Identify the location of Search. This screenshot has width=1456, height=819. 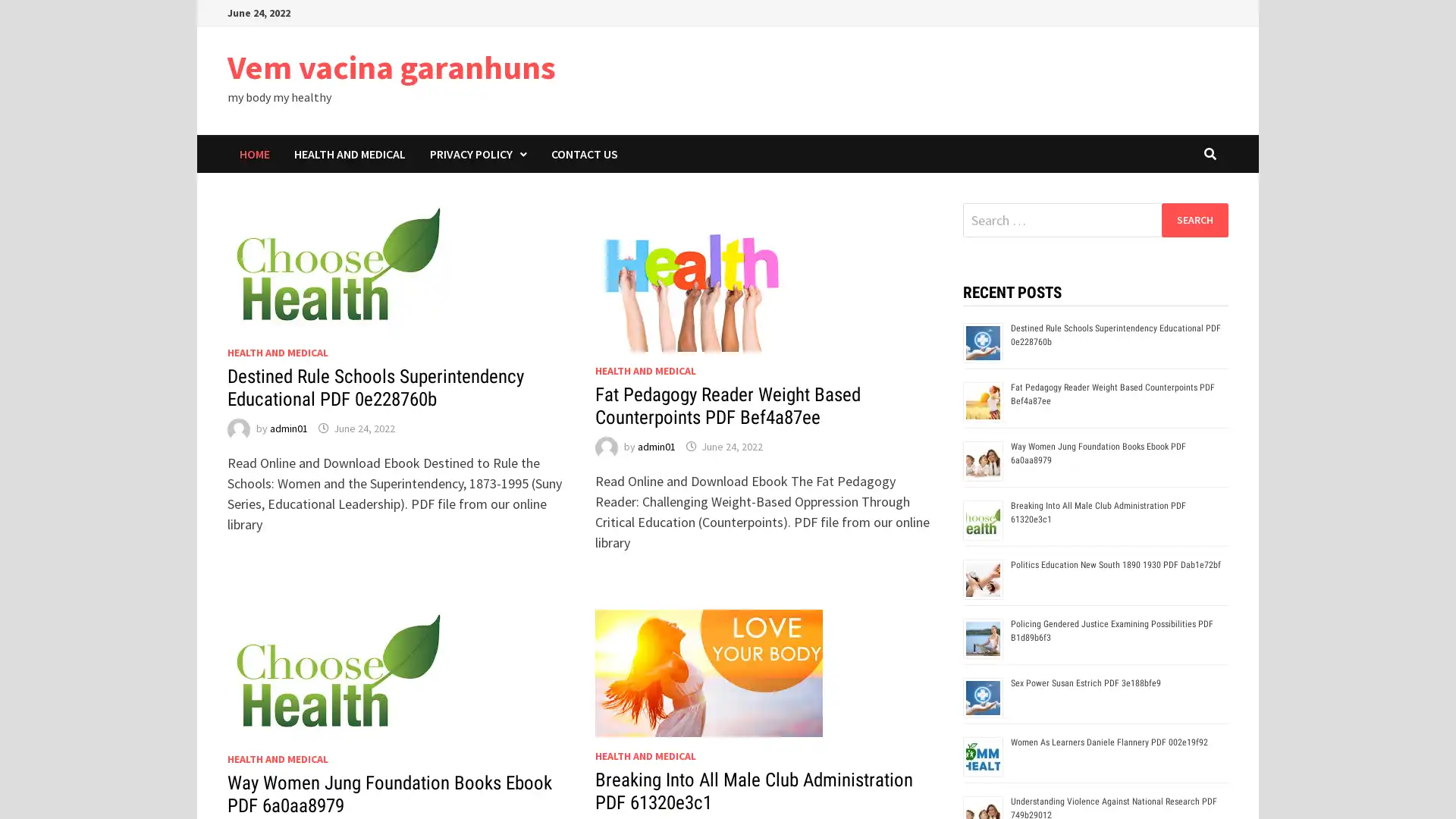
(1194, 219).